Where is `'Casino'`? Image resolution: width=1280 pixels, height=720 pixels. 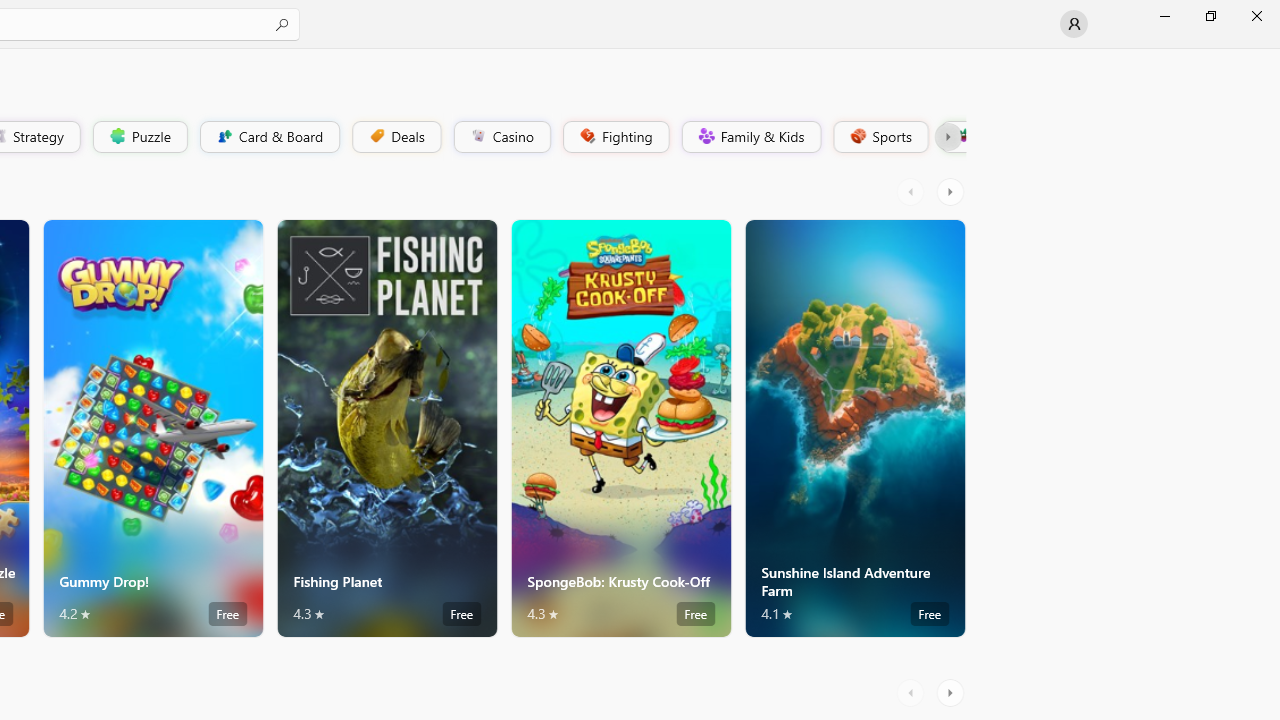 'Casino' is located at coordinates (501, 135).